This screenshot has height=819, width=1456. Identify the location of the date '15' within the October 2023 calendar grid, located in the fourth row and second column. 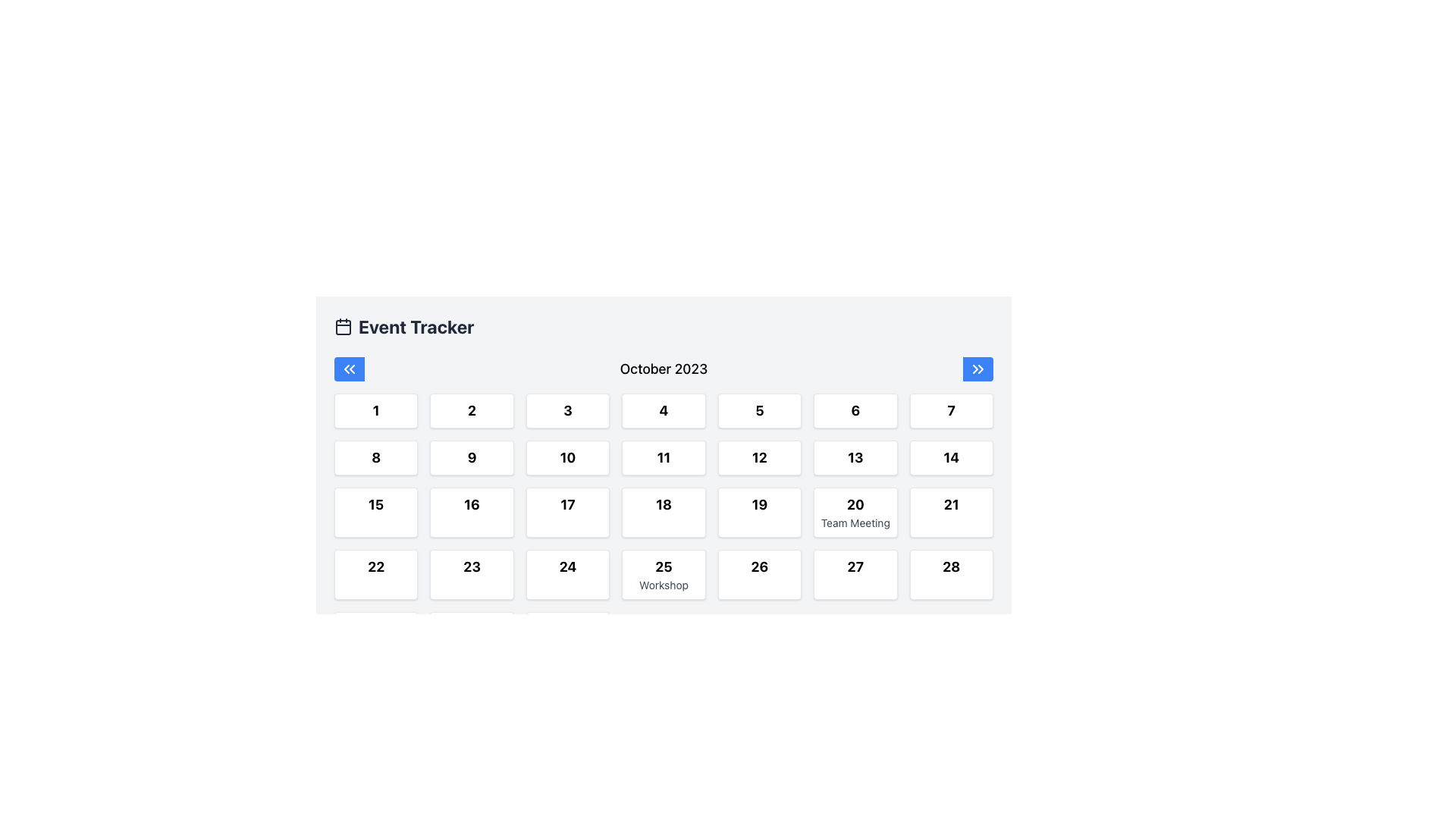
(376, 505).